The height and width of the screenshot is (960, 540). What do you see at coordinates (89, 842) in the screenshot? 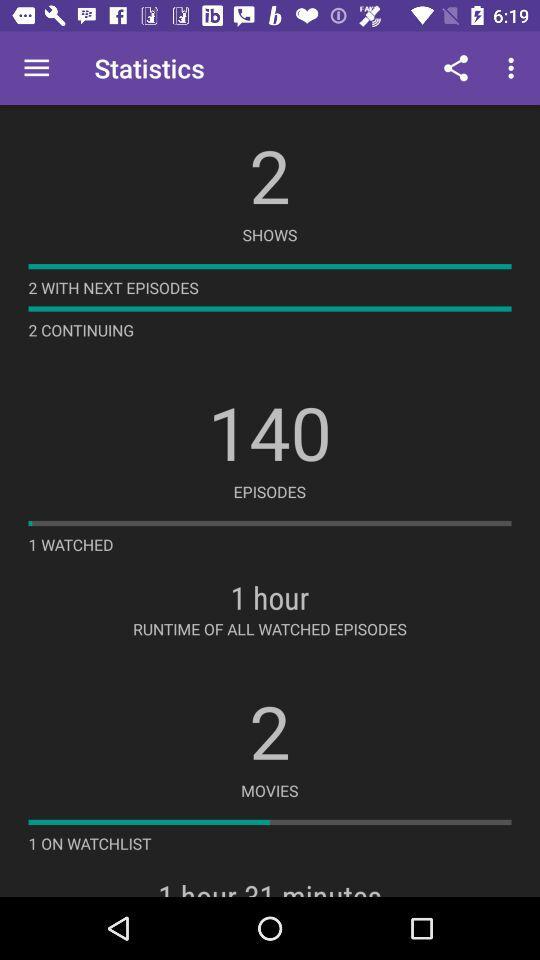
I see `the icon at the bottom left corner` at bounding box center [89, 842].